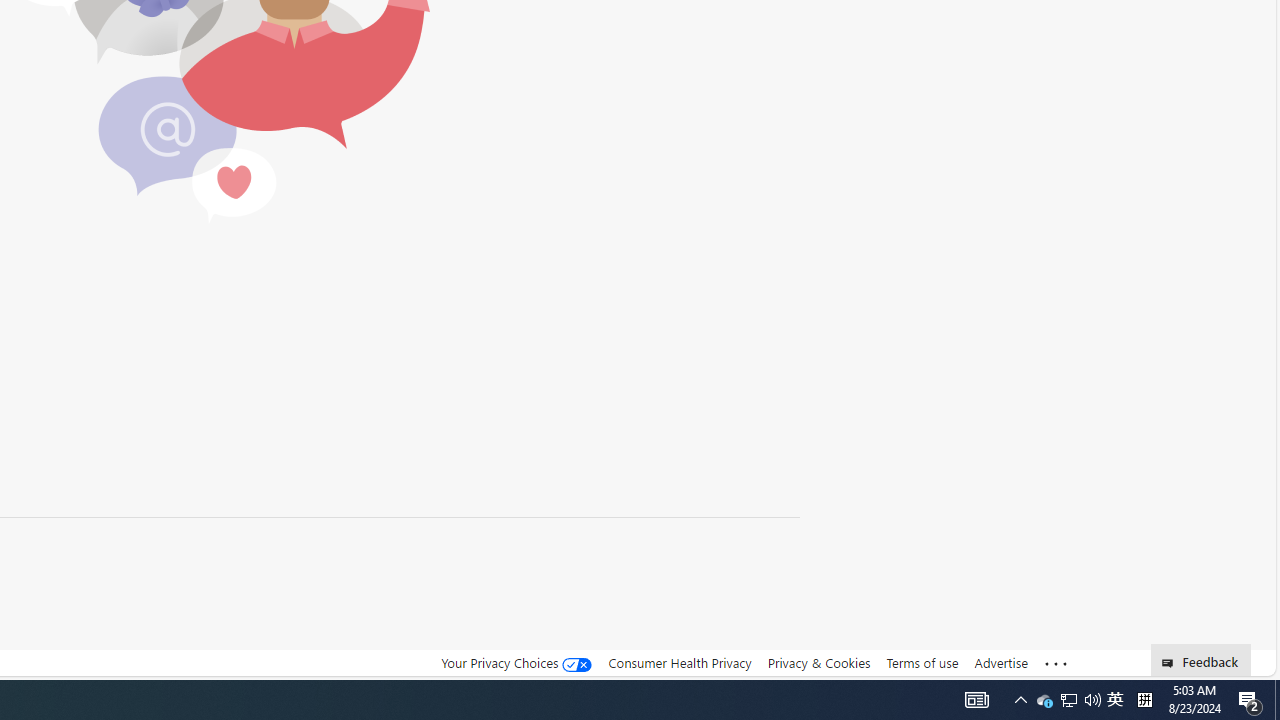  Describe the element at coordinates (1000, 663) in the screenshot. I see `'Advertise'` at that location.